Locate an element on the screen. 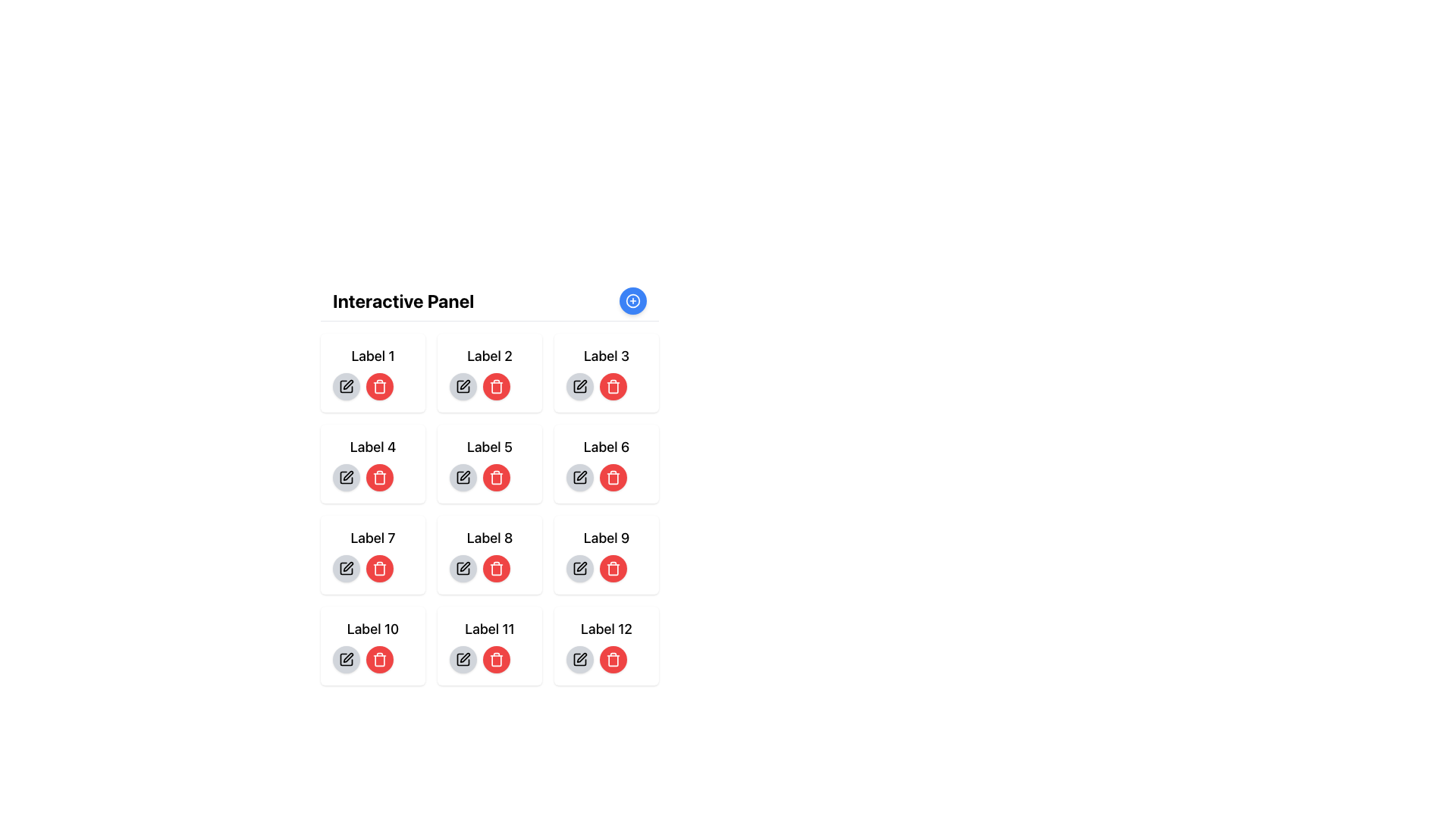 The height and width of the screenshot is (819, 1456). the text label displaying 'Label 10', which is located in the bottom-left corner of the interface layout and styled in a medium font size is located at coordinates (372, 629).